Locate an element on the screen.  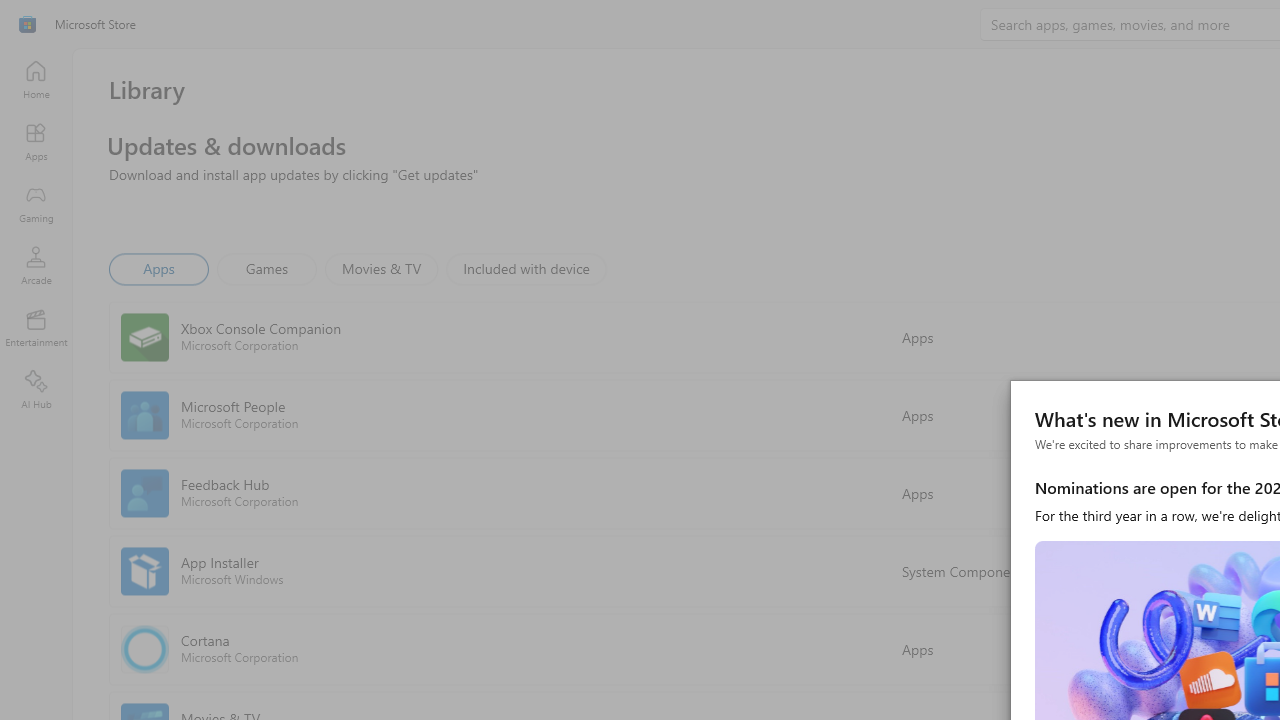
'Movies & TV' is located at coordinates (381, 267).